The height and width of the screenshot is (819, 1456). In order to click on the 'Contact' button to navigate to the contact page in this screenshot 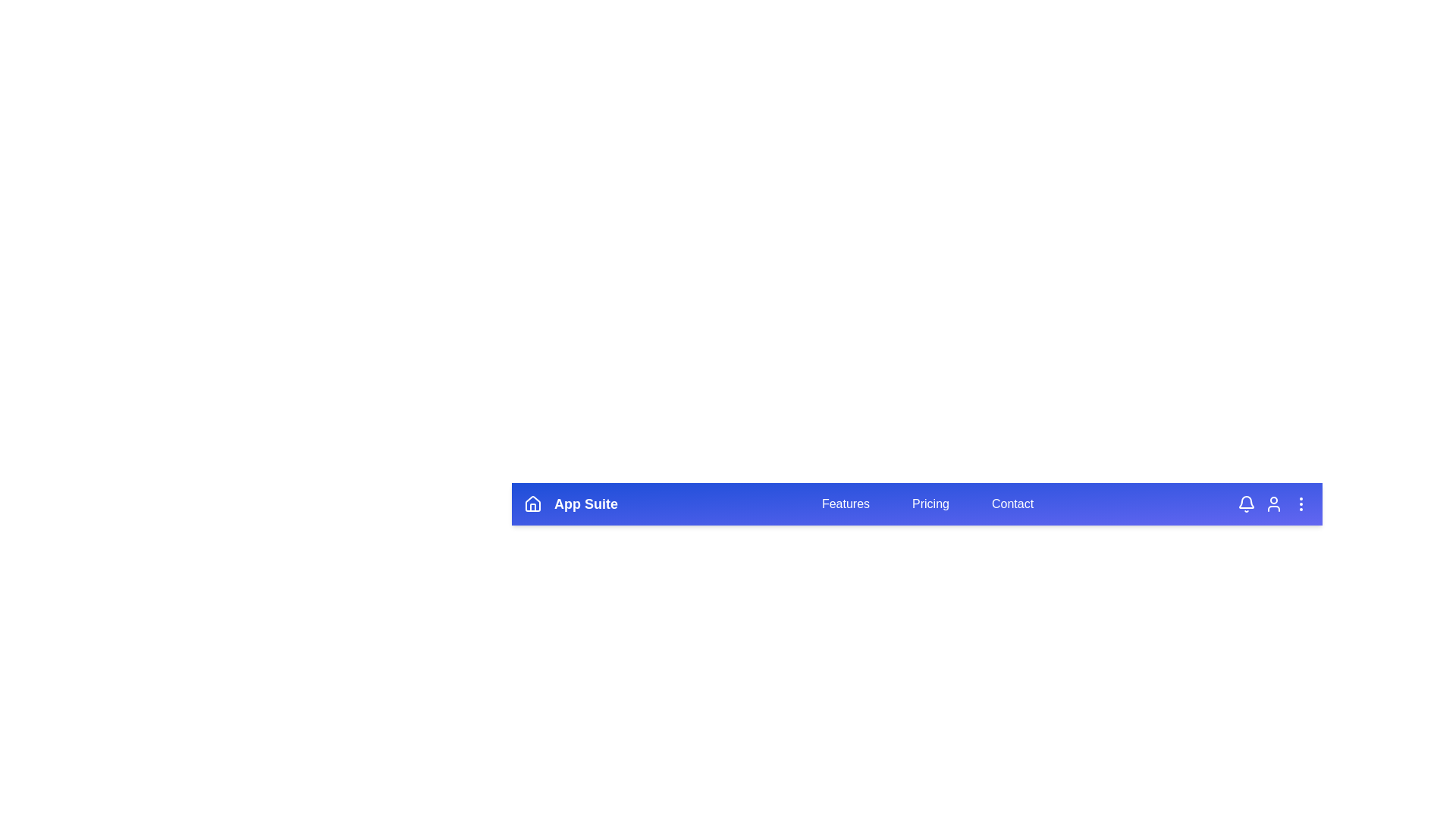, I will do `click(1012, 504)`.